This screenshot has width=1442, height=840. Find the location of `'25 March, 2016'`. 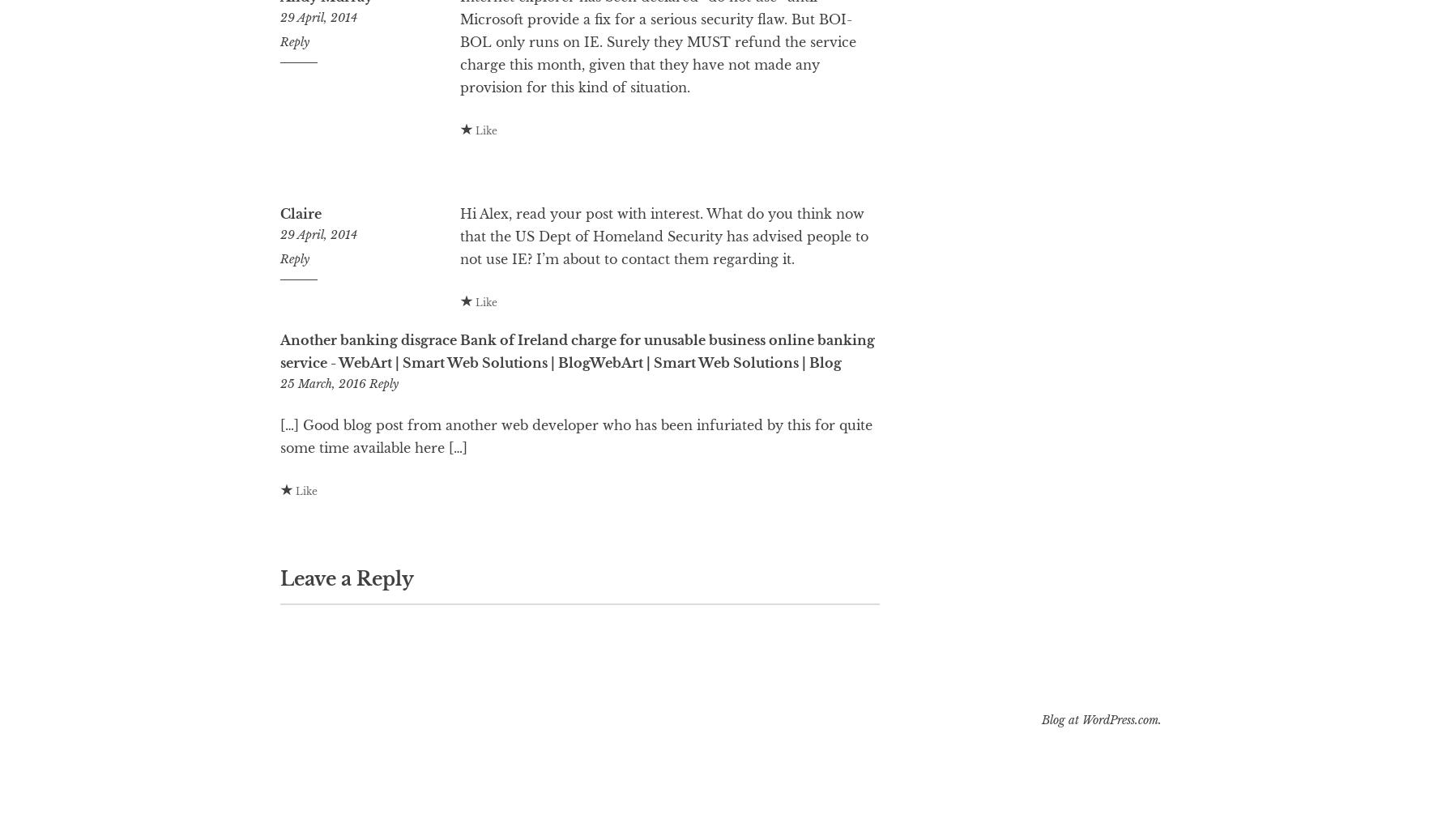

'25 March, 2016' is located at coordinates (280, 448).